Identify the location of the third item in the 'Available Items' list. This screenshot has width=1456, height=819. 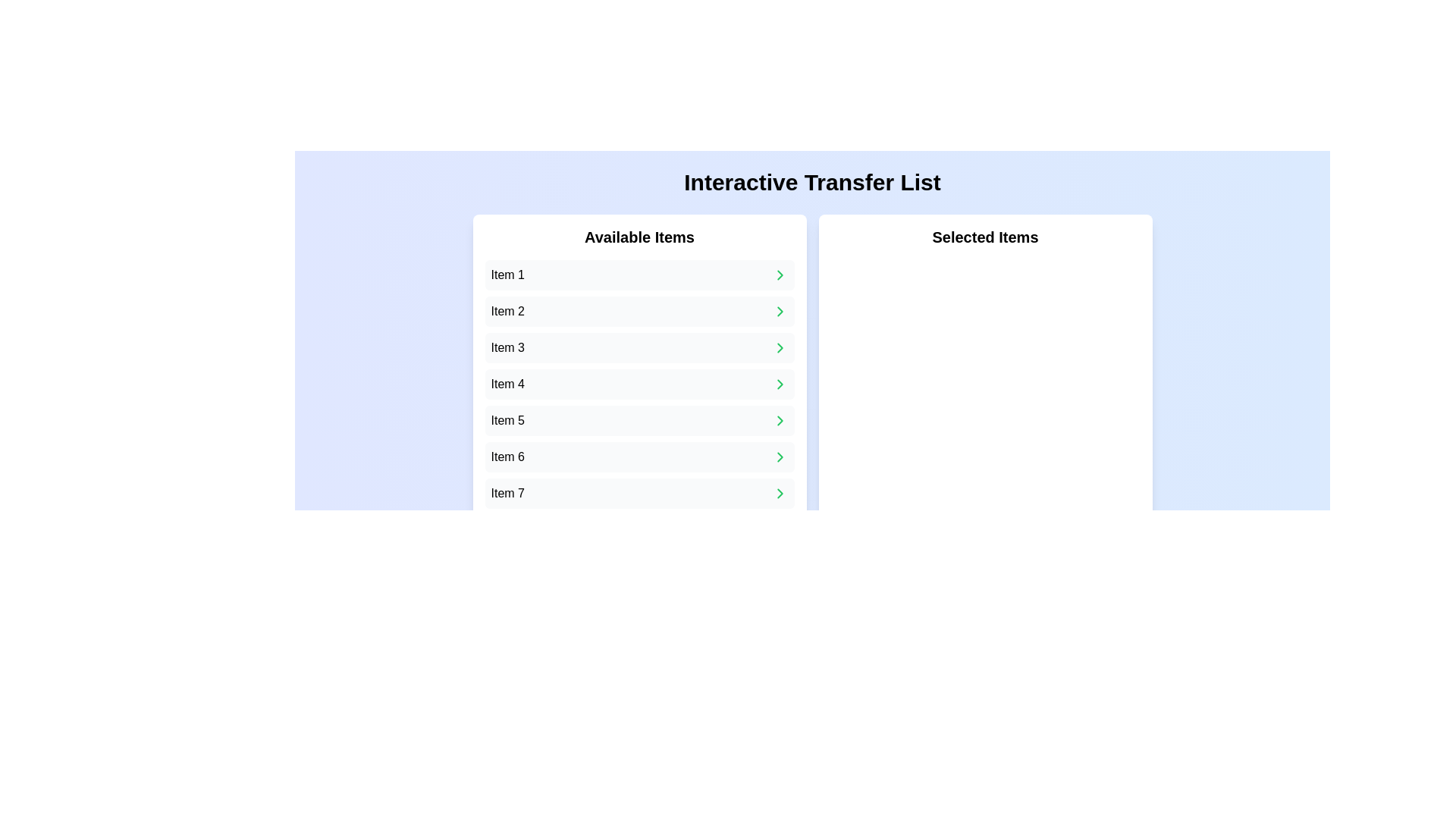
(639, 348).